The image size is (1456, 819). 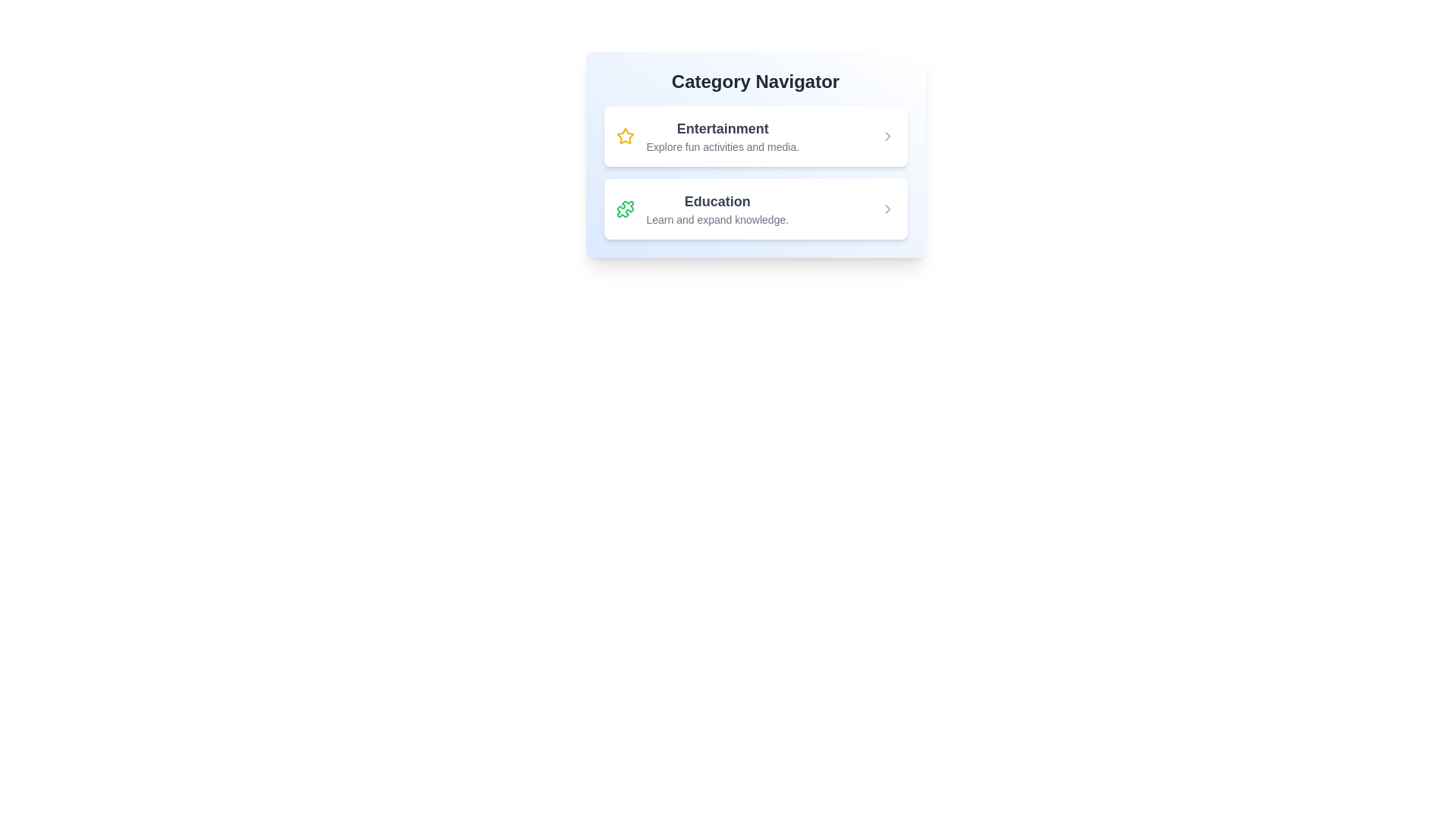 I want to click on text label displaying 'Learn and expand knowledge.' which is positioned directly below the 'Education' title in the Education section, so click(x=717, y=219).